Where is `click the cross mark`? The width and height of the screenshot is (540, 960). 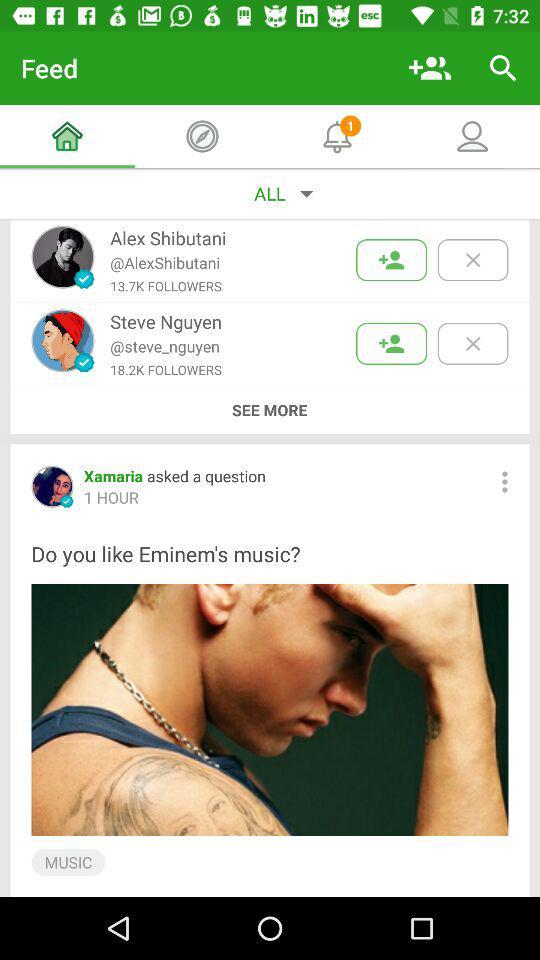
click the cross mark is located at coordinates (472, 259).